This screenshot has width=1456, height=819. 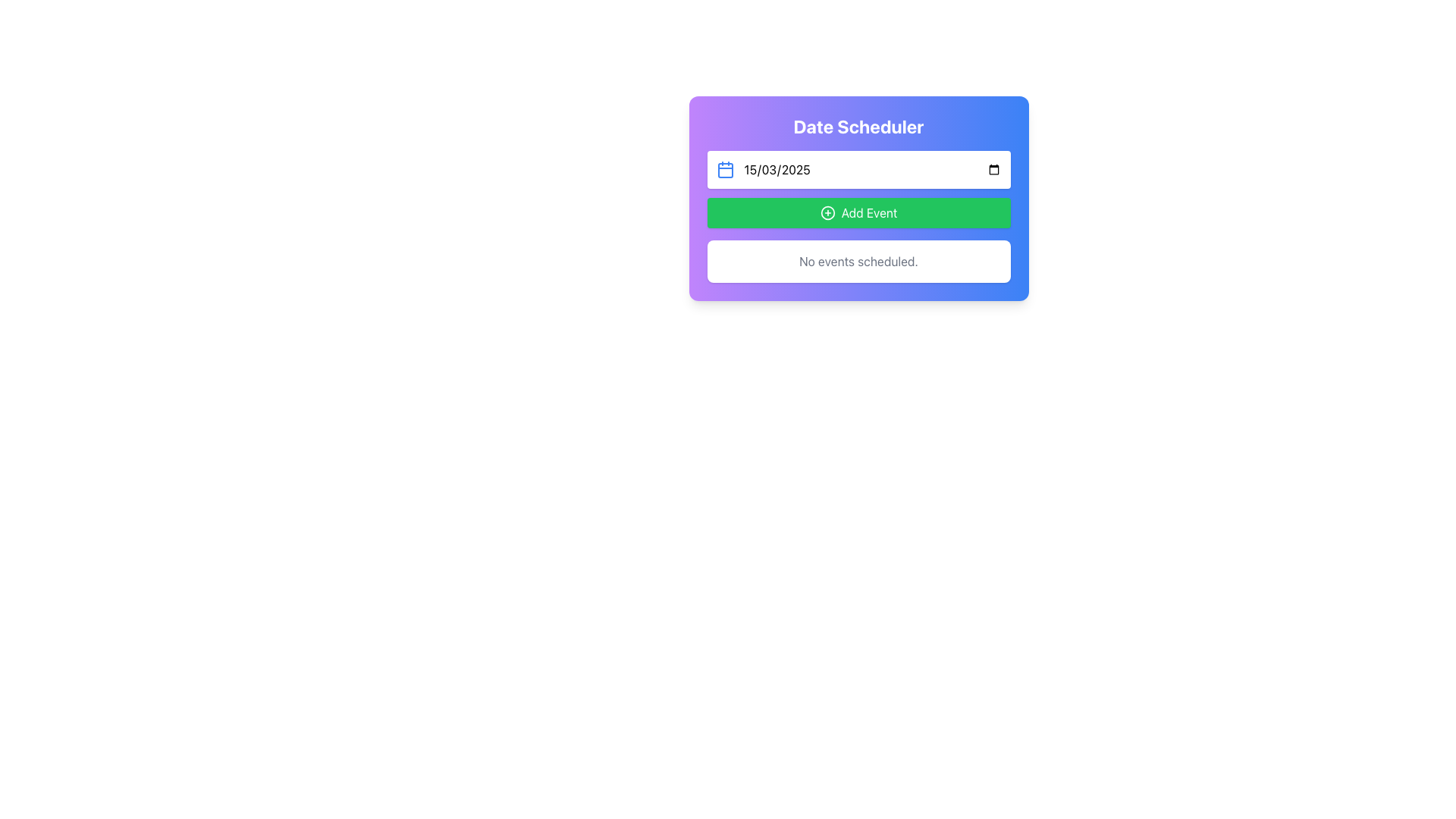 What do you see at coordinates (858, 213) in the screenshot?
I see `the 'Add Event' button, which is a rectangular button with rounded corners, vibrant green color, and white text` at bounding box center [858, 213].